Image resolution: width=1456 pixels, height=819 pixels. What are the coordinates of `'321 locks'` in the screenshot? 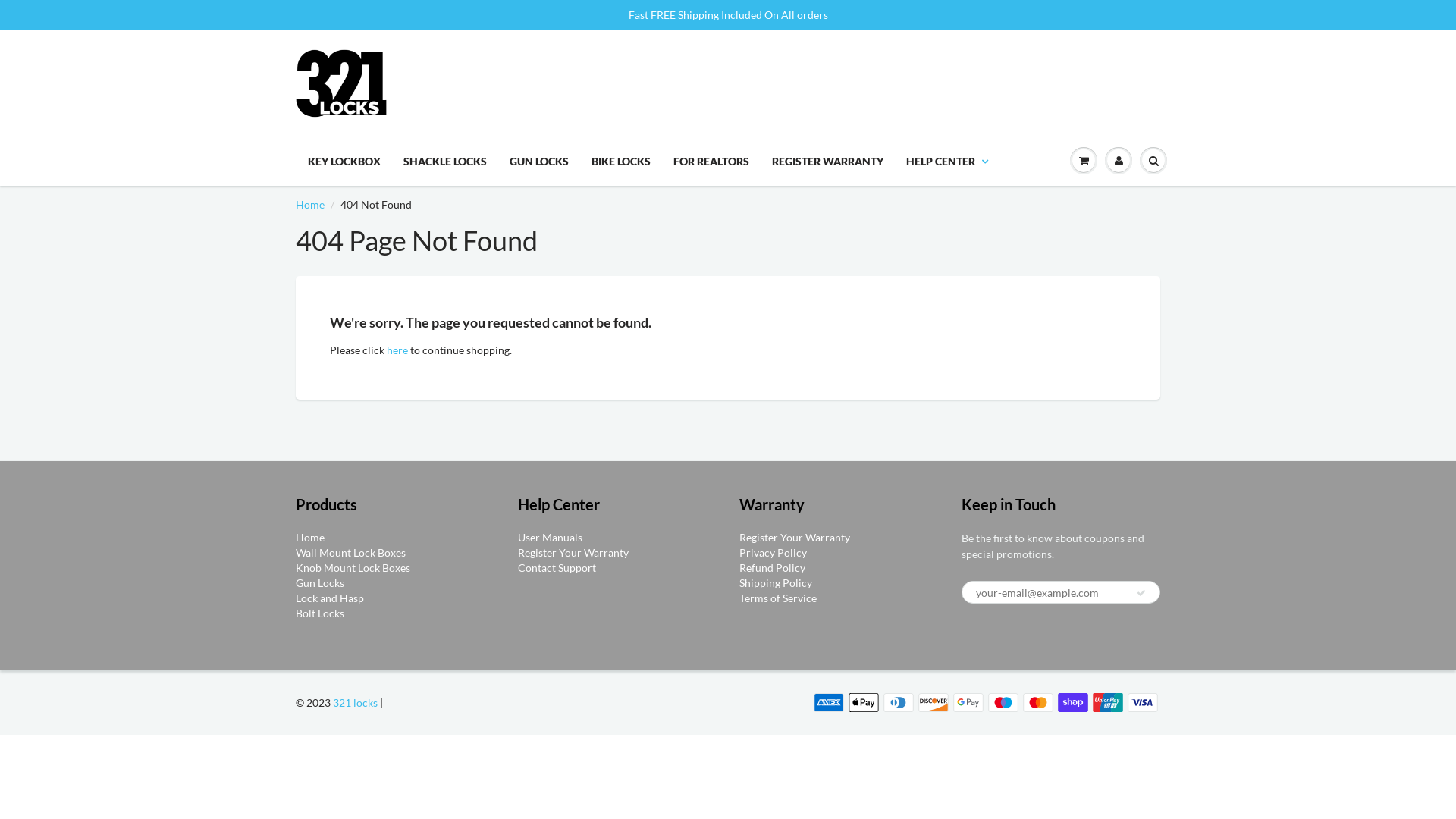 It's located at (331, 702).